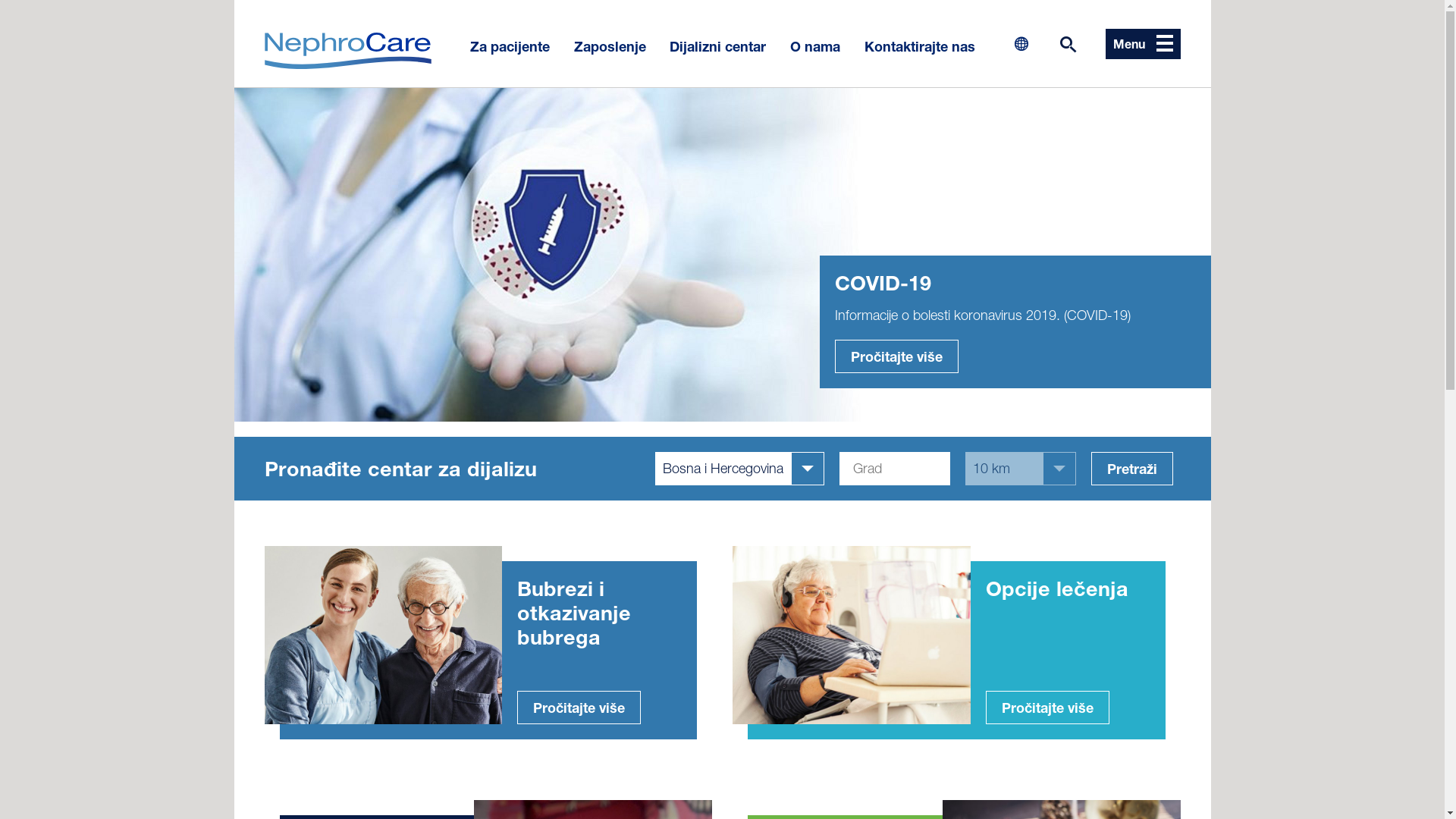 The image size is (1456, 819). What do you see at coordinates (610, 42) in the screenshot?
I see `'Zaposlenje'` at bounding box center [610, 42].